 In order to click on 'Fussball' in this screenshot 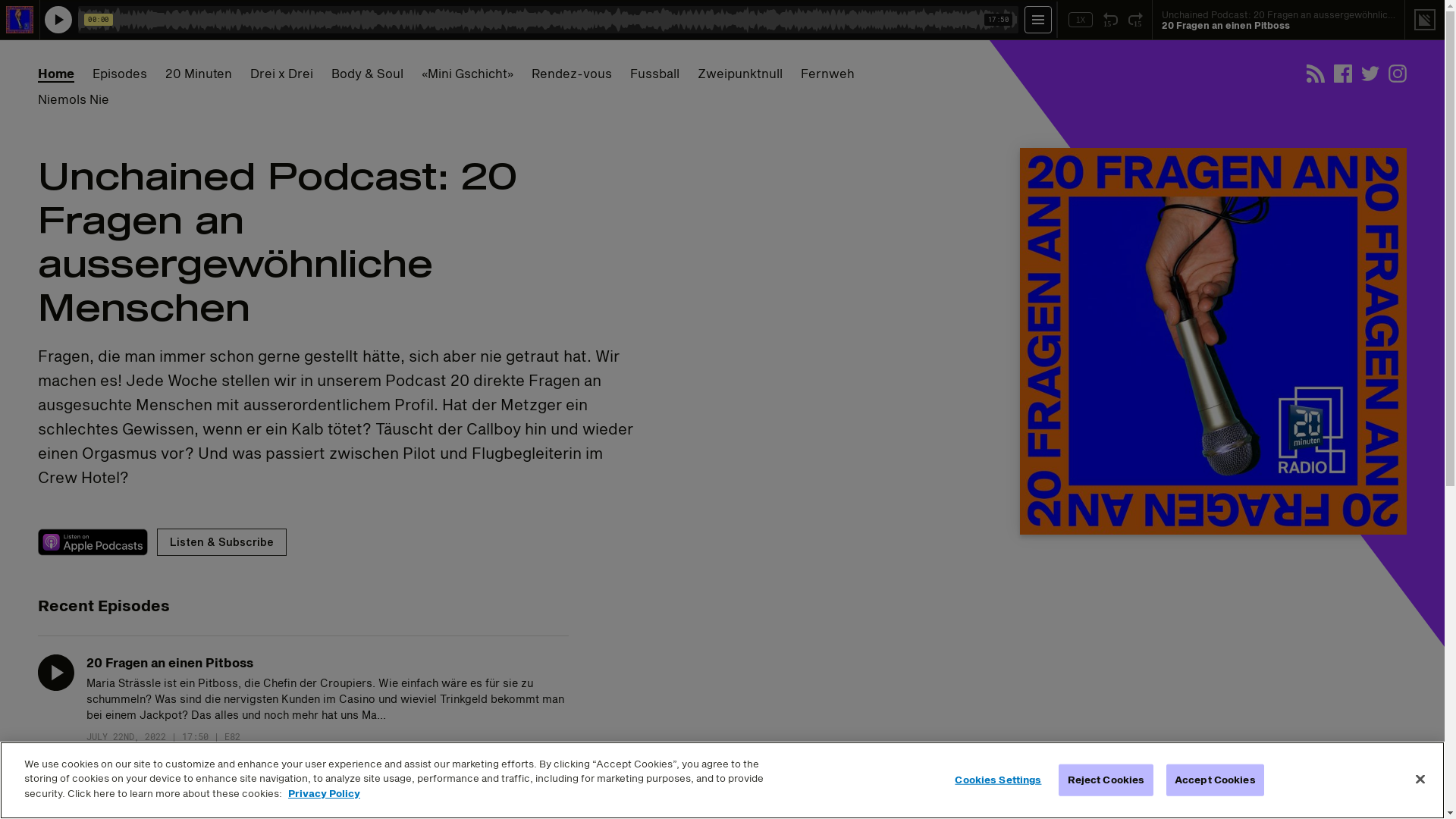, I will do `click(629, 73)`.